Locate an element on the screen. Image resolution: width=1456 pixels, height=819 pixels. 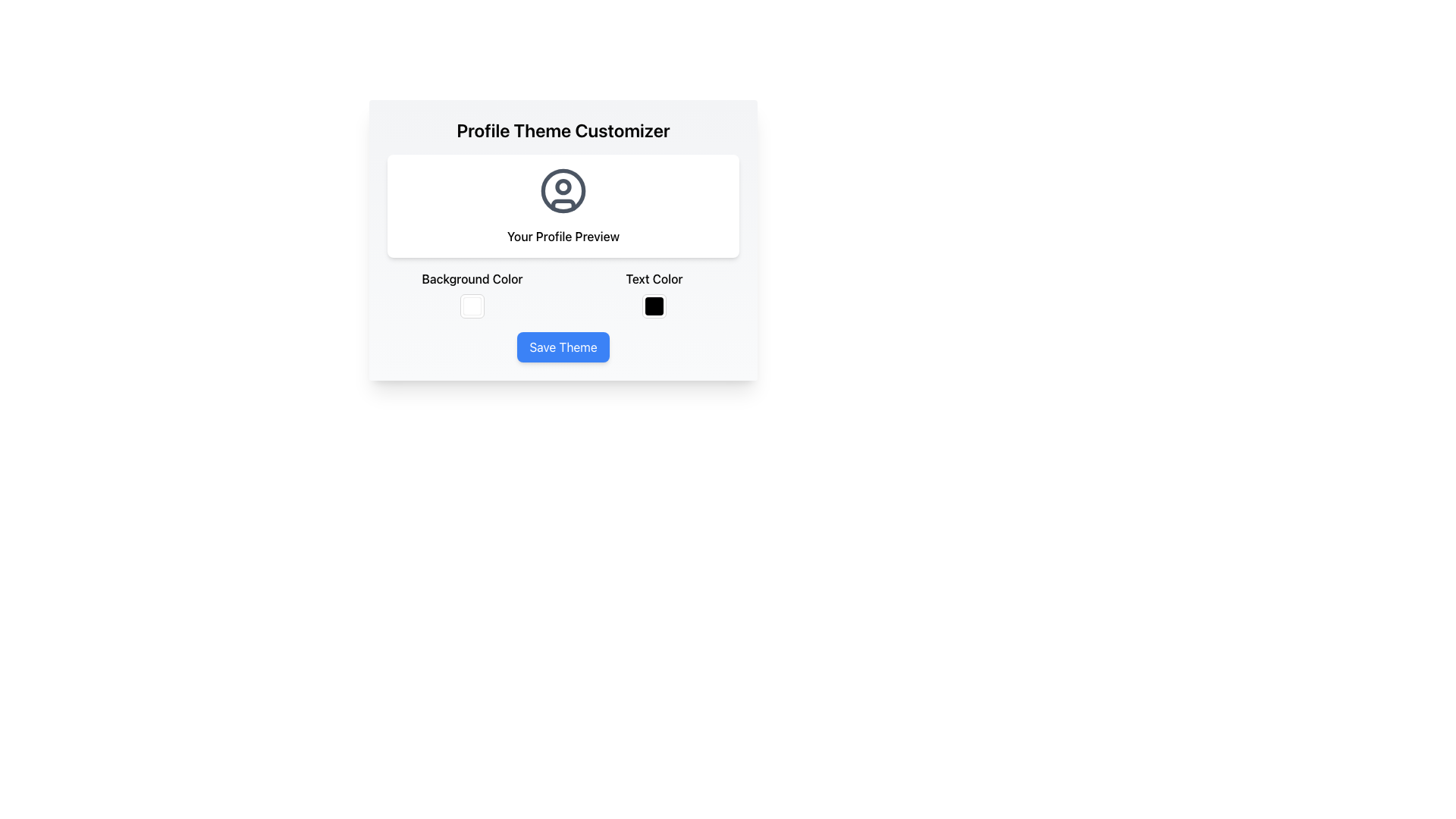
the save theme button located in the lower part of the interface, centered horizontally is located at coordinates (563, 347).